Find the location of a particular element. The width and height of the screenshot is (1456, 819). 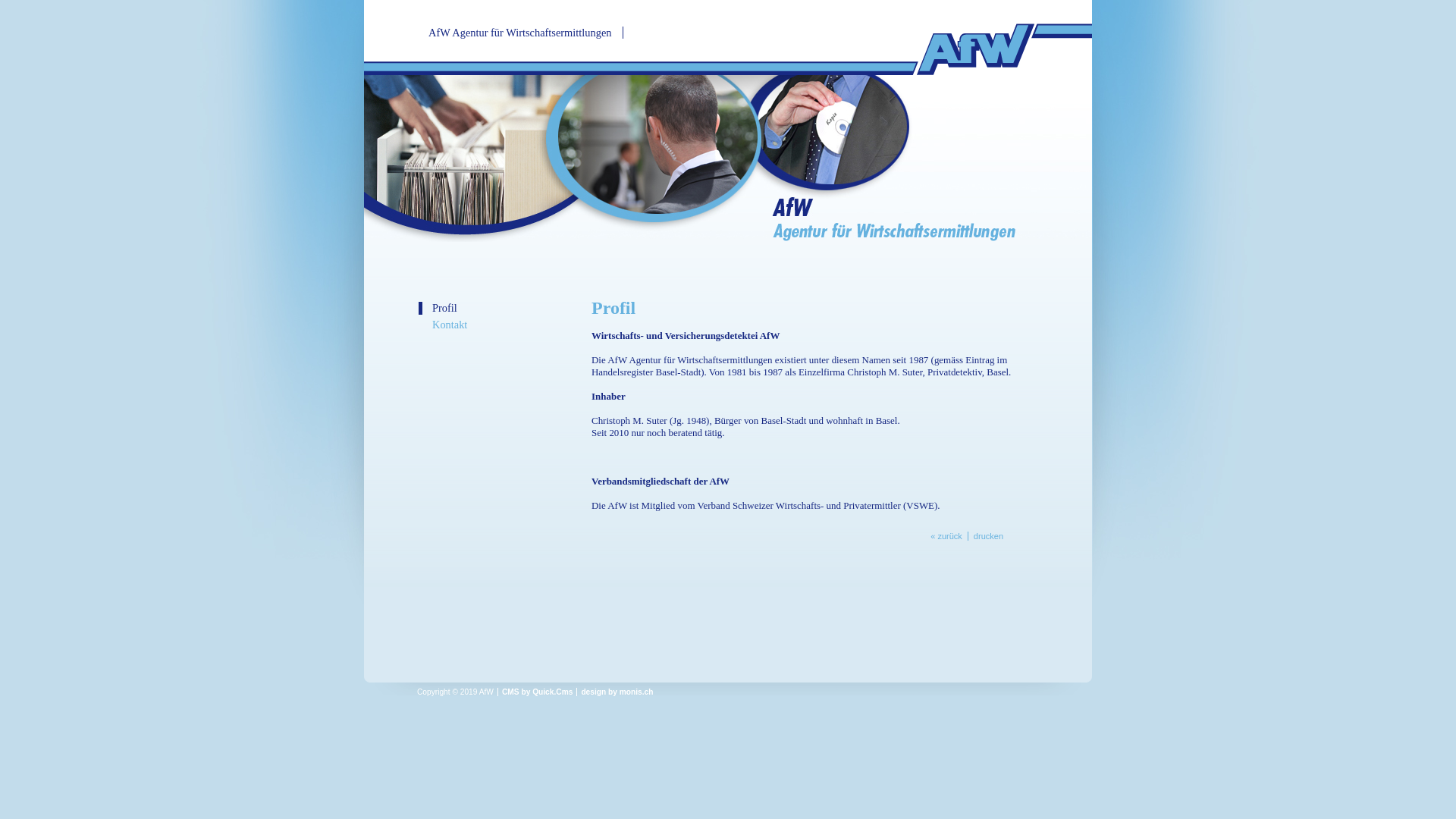

'drucken' is located at coordinates (987, 535).